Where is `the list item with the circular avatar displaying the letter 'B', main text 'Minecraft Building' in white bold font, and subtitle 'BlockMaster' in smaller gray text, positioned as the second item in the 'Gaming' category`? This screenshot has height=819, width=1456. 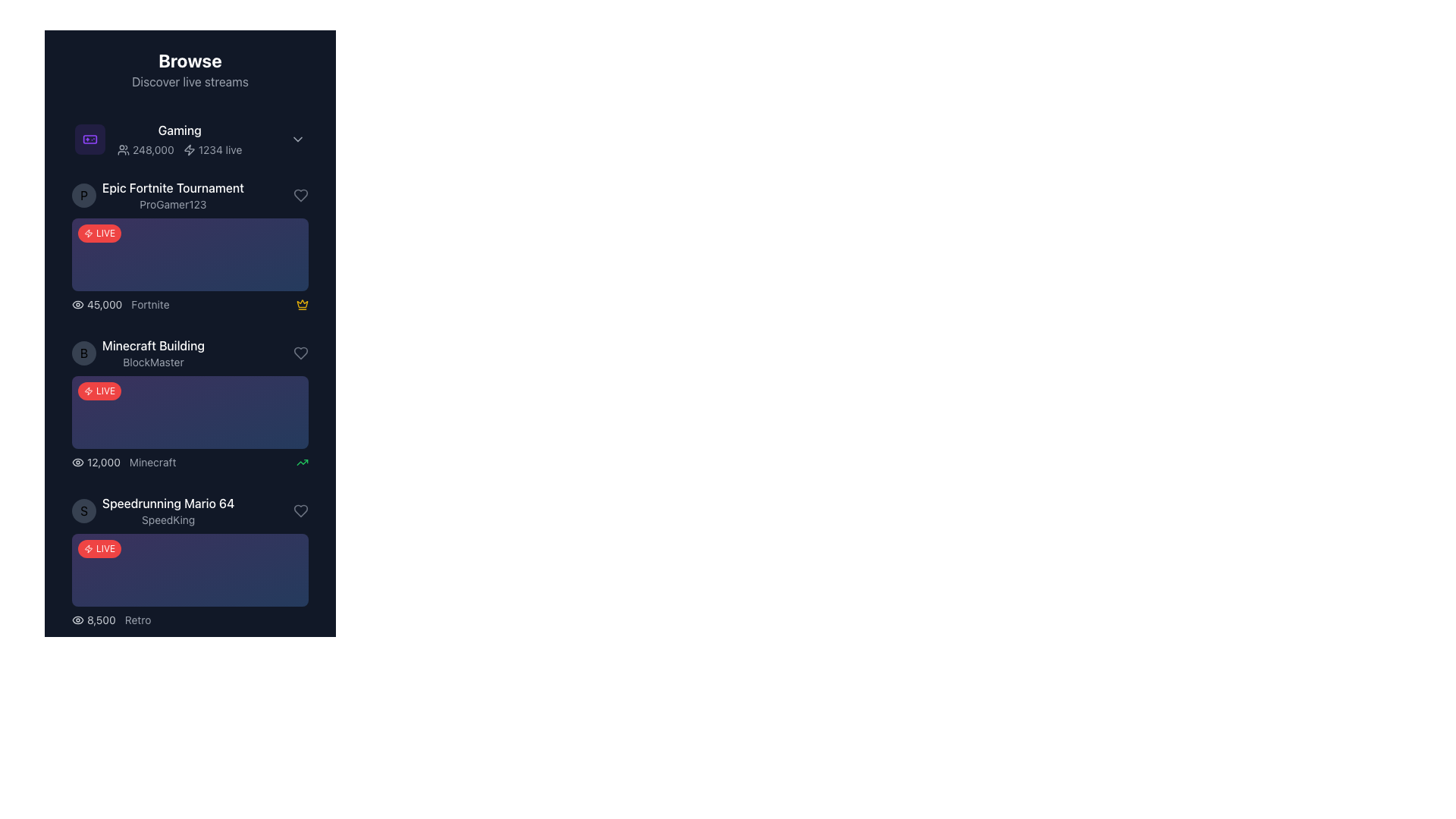 the list item with the circular avatar displaying the letter 'B', main text 'Minecraft Building' in white bold font, and subtitle 'BlockMaster' in smaller gray text, positioned as the second item in the 'Gaming' category is located at coordinates (138, 353).